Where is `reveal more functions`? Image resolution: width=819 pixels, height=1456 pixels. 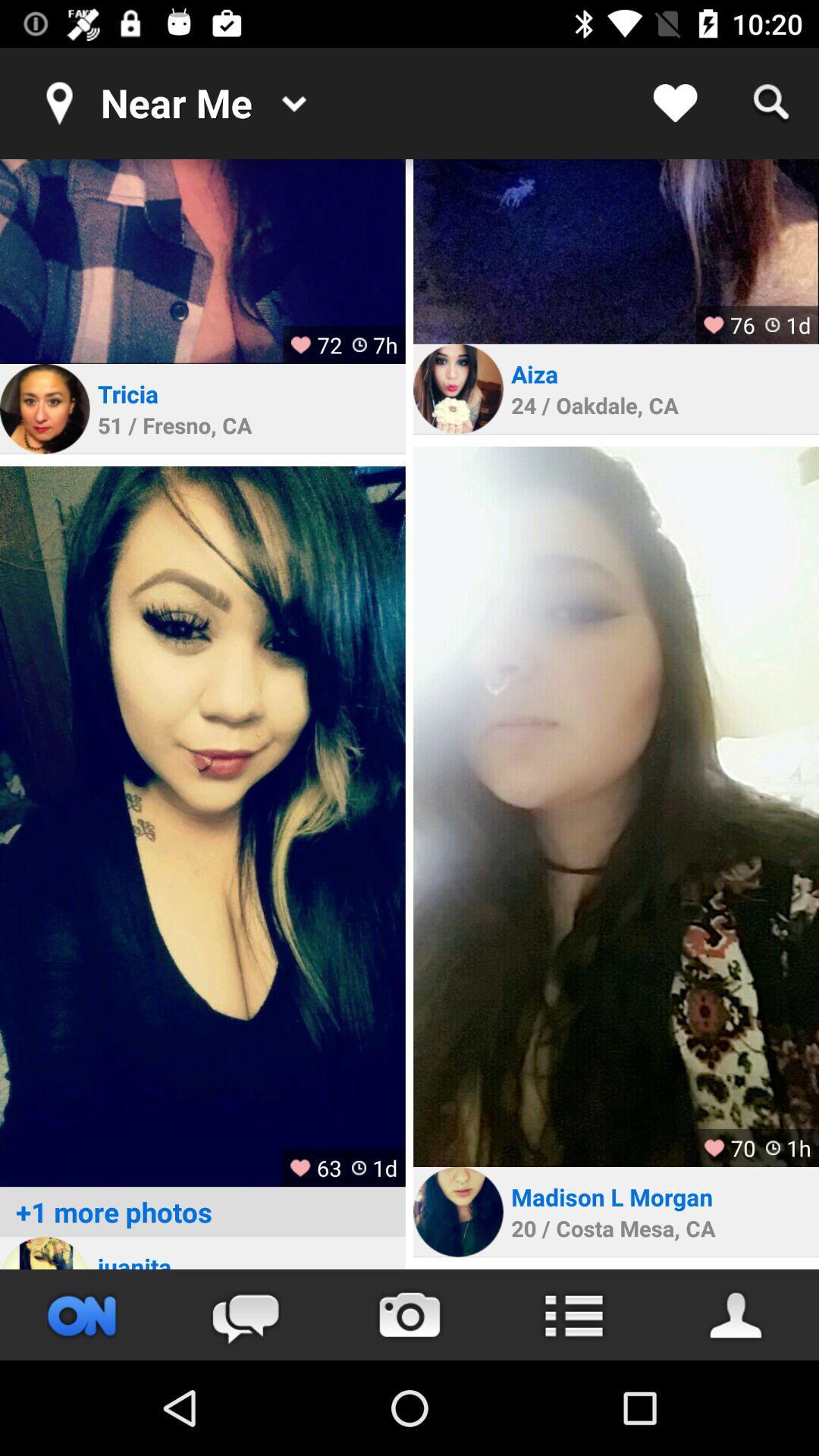 reveal more functions is located at coordinates (573, 1314).